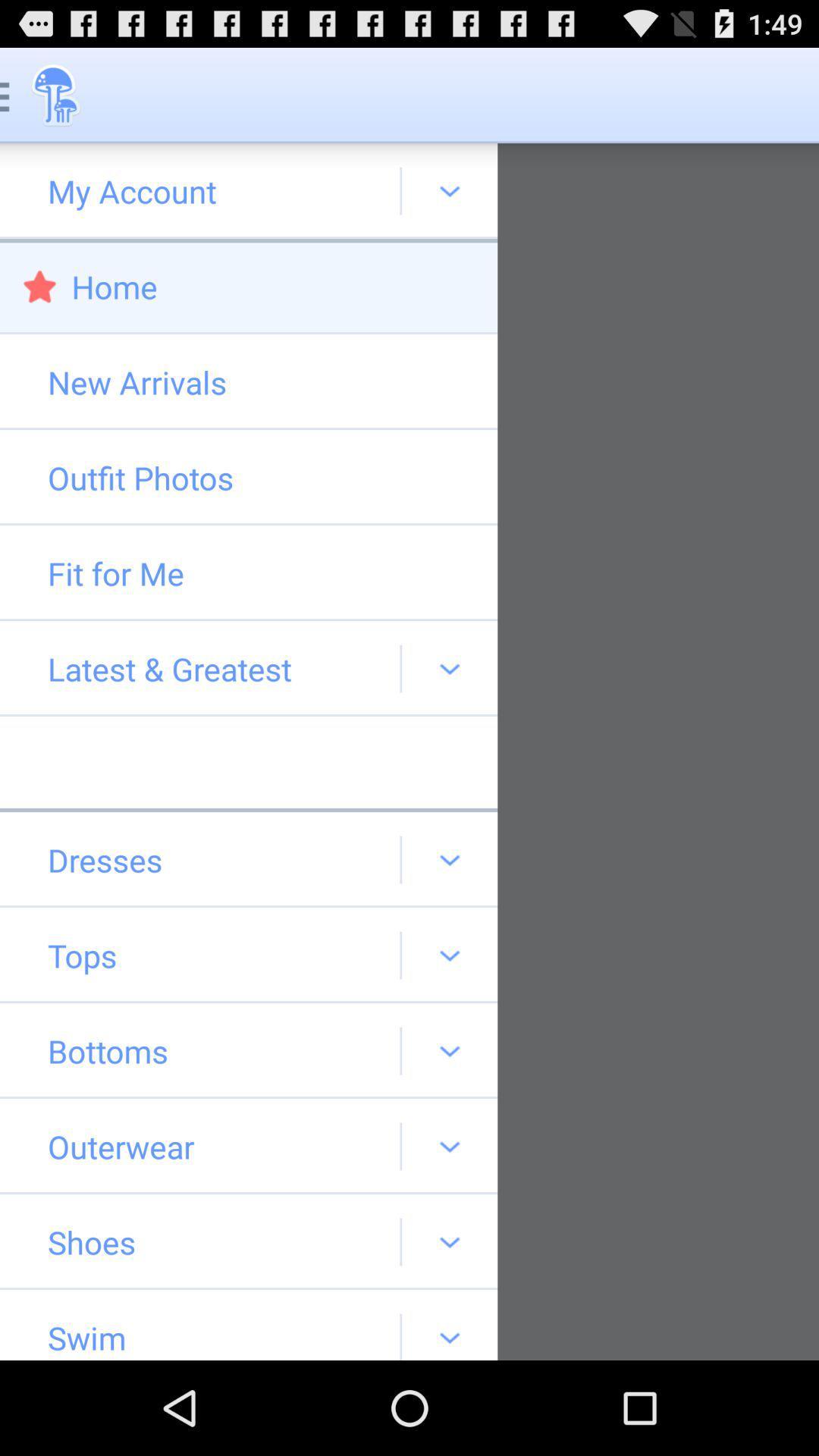 The image size is (819, 1456). What do you see at coordinates (449, 1241) in the screenshot?
I see `the drop down arrow next to shoes` at bounding box center [449, 1241].